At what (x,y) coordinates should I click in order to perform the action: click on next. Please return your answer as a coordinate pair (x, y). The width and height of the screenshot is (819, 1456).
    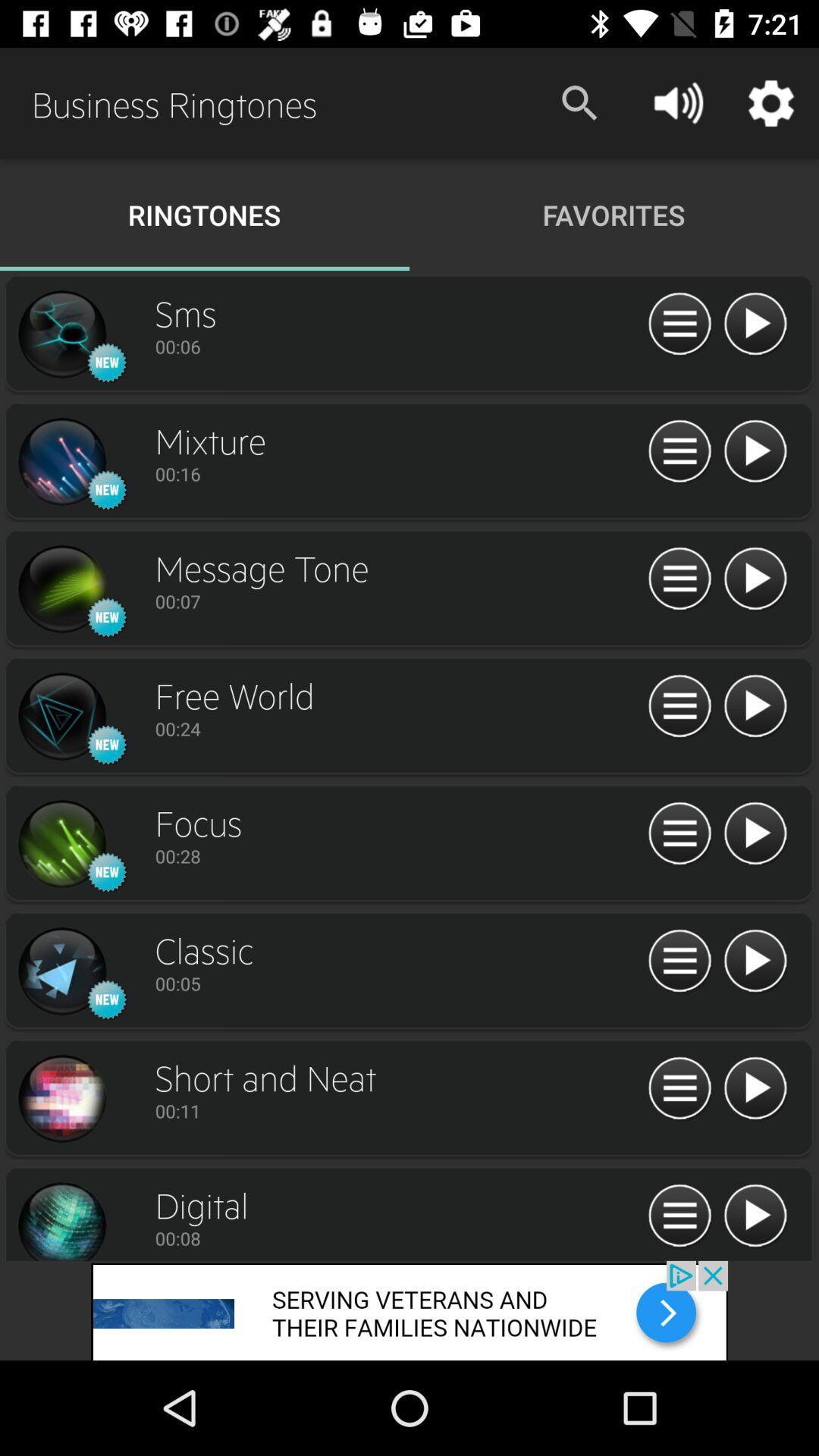
    Looking at the image, I should click on (61, 1099).